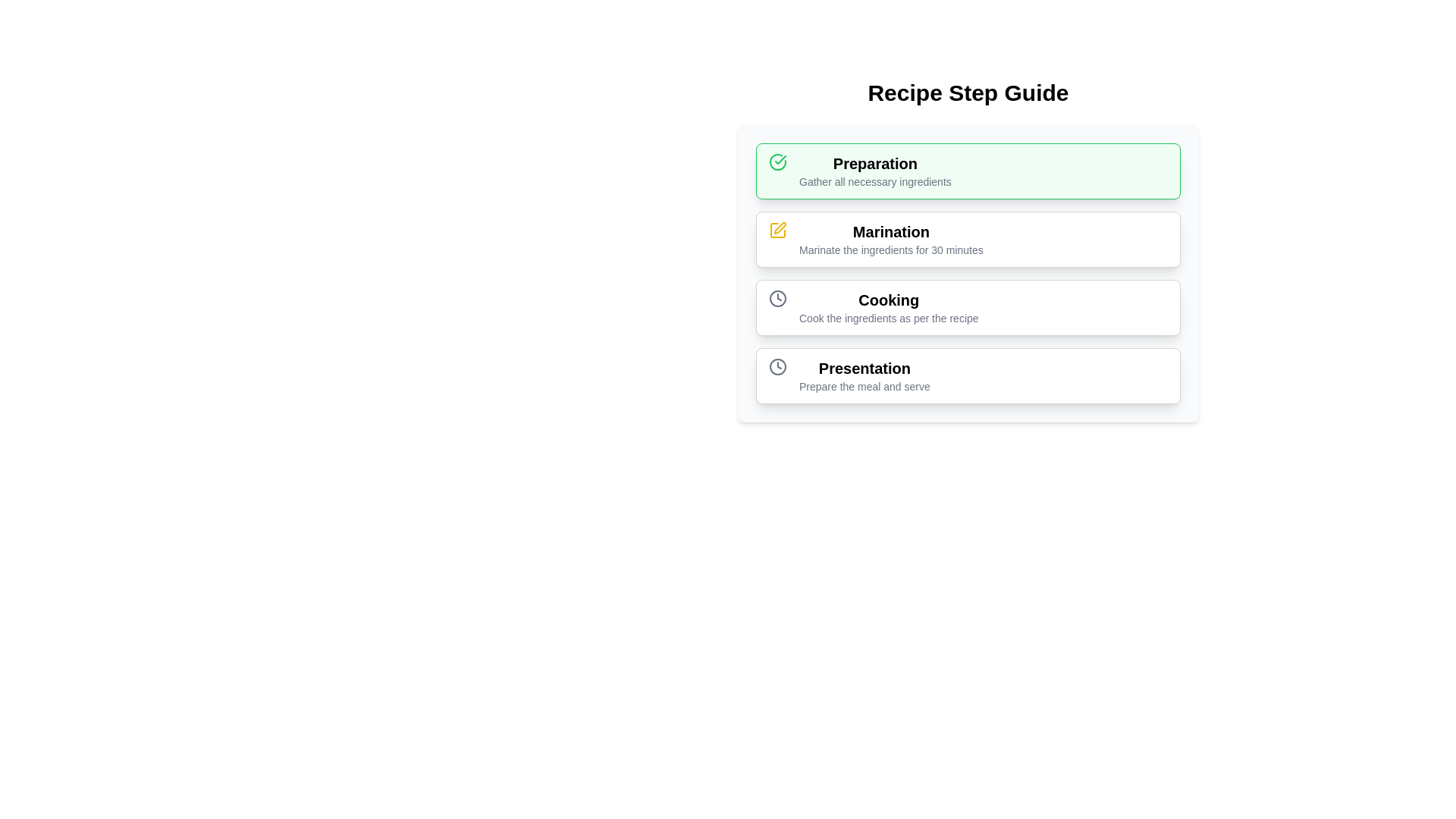  What do you see at coordinates (875, 171) in the screenshot?
I see `text displayed in the 'Preparation' section of the Recipe Step Guide, which includes the title 'Preparation' in bold and the subtext 'Gather all necessary ingredients'` at bounding box center [875, 171].